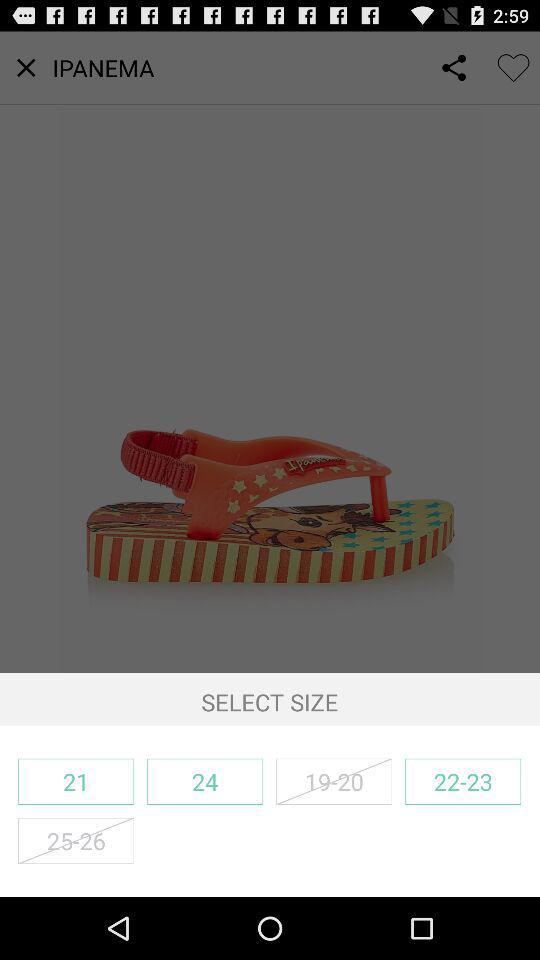 This screenshot has width=540, height=960. What do you see at coordinates (270, 352) in the screenshot?
I see `icon above select size` at bounding box center [270, 352].